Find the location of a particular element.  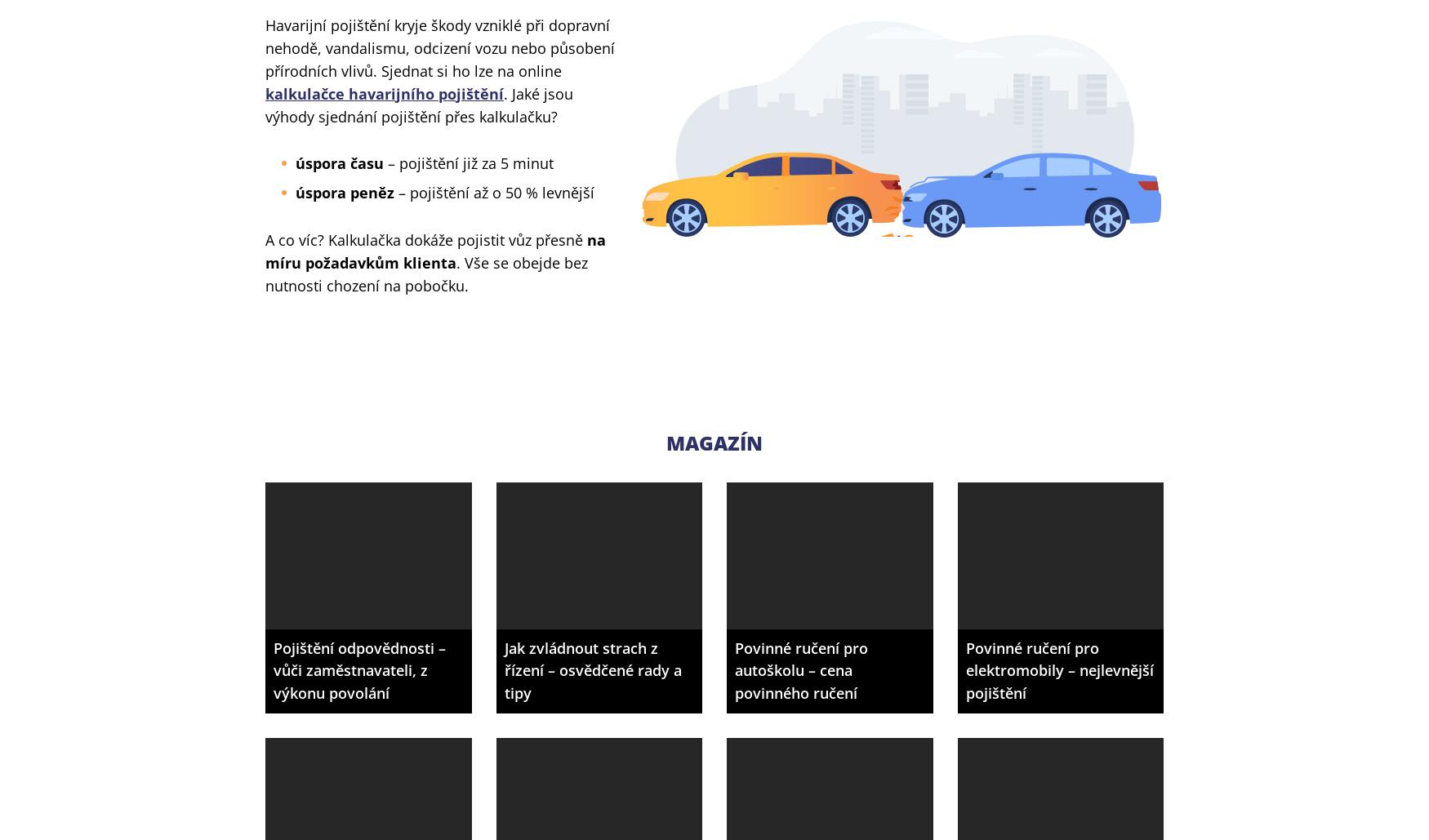

'– pojištění již za 5 minut' is located at coordinates (469, 163).